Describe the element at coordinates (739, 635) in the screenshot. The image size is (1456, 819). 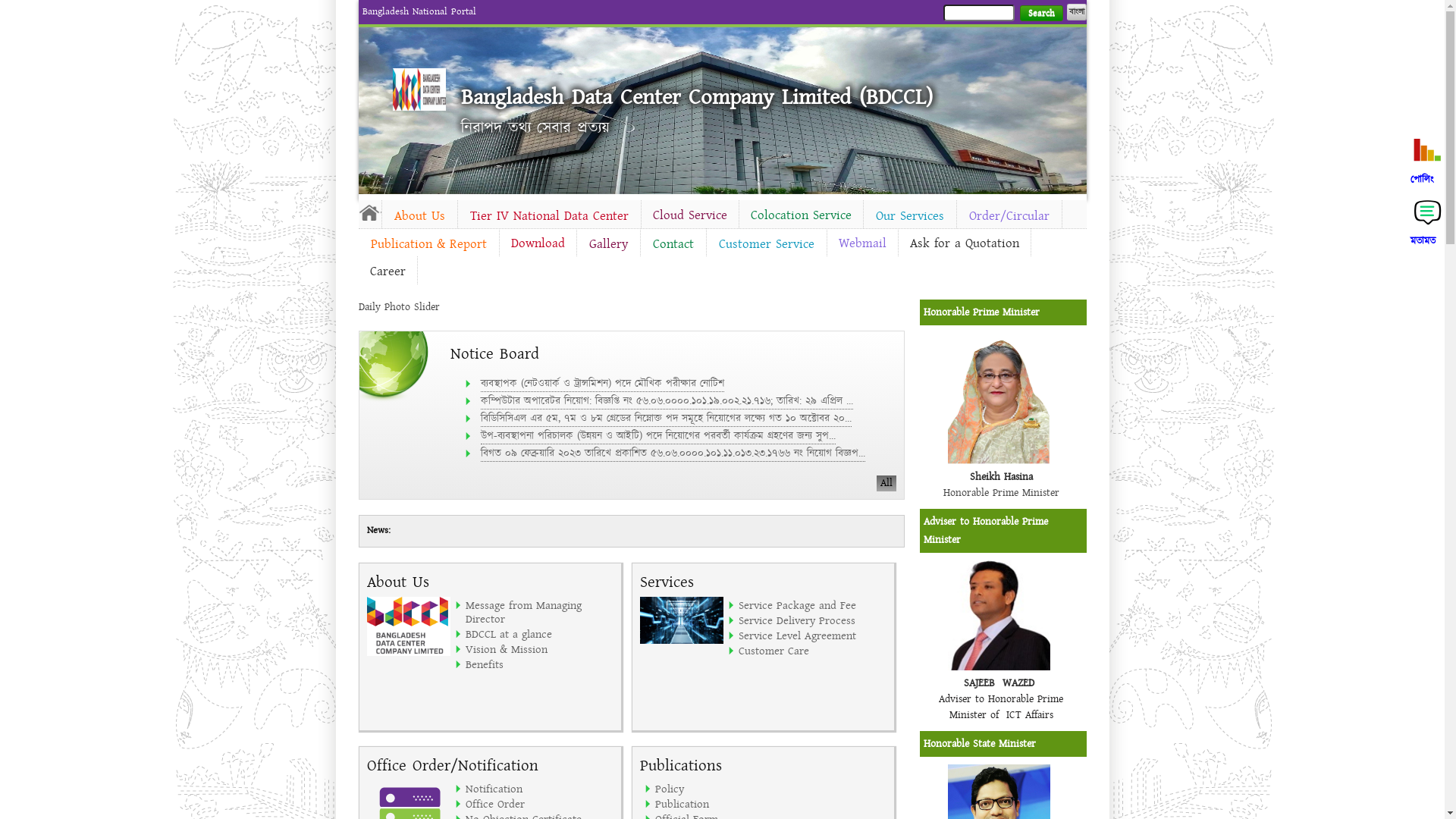
I see `'Service Level Agreement'` at that location.